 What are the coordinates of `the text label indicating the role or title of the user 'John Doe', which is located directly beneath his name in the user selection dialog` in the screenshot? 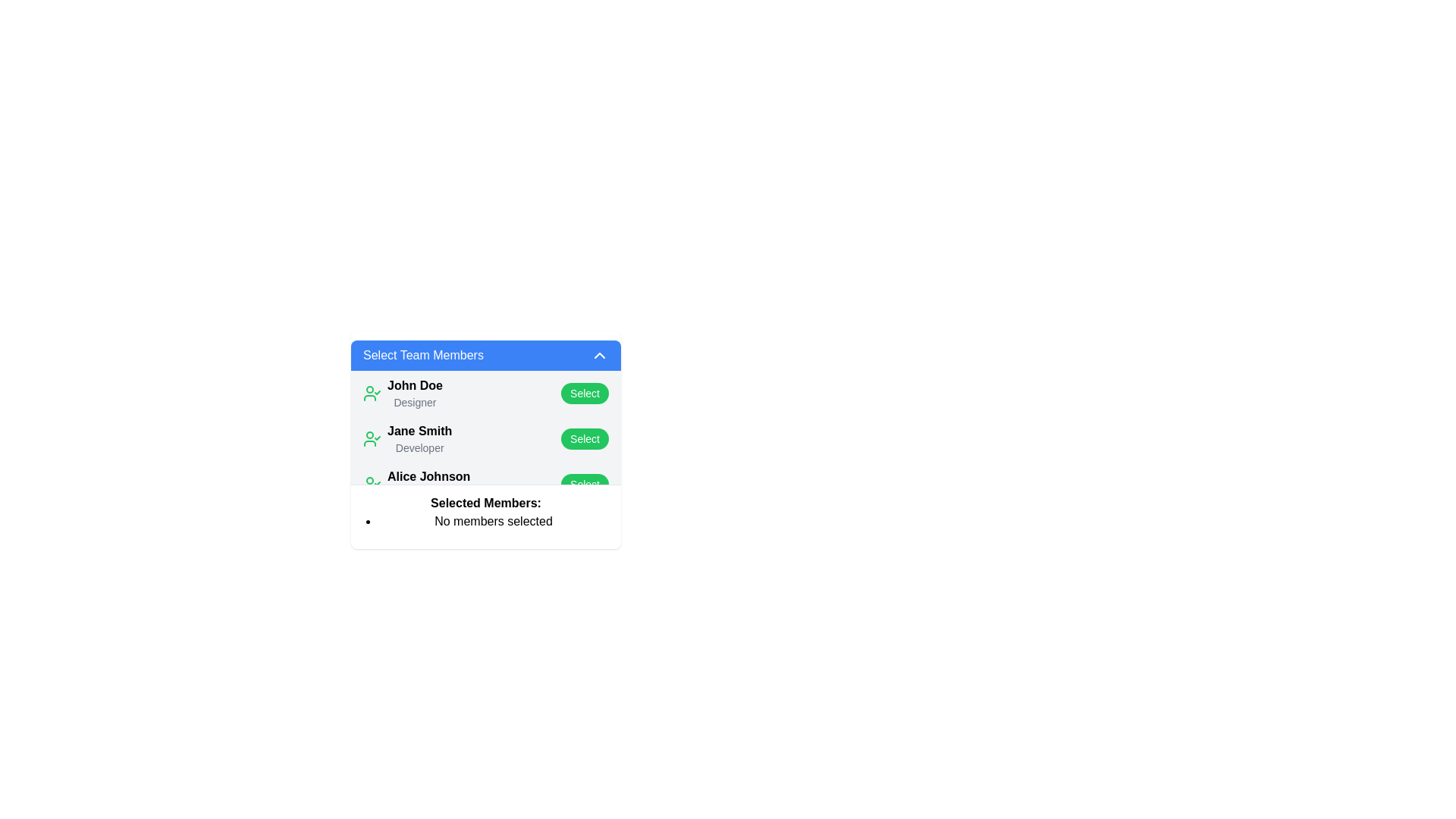 It's located at (415, 402).